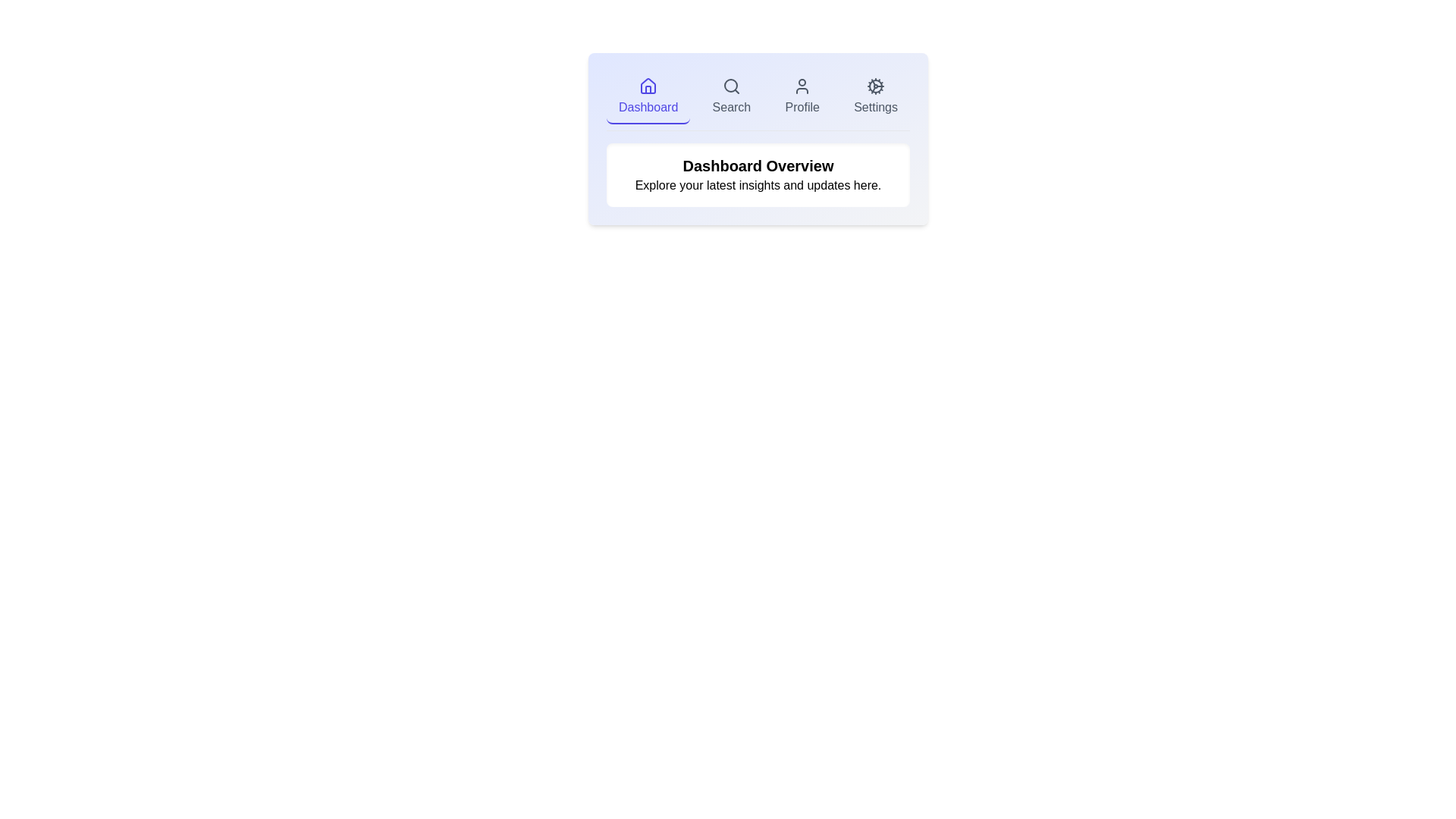 The height and width of the screenshot is (819, 1456). Describe the element at coordinates (876, 86) in the screenshot. I see `the Circle within Cogwheel icon, which is the central component of the Settings button located at the end of the navigation bar` at that location.